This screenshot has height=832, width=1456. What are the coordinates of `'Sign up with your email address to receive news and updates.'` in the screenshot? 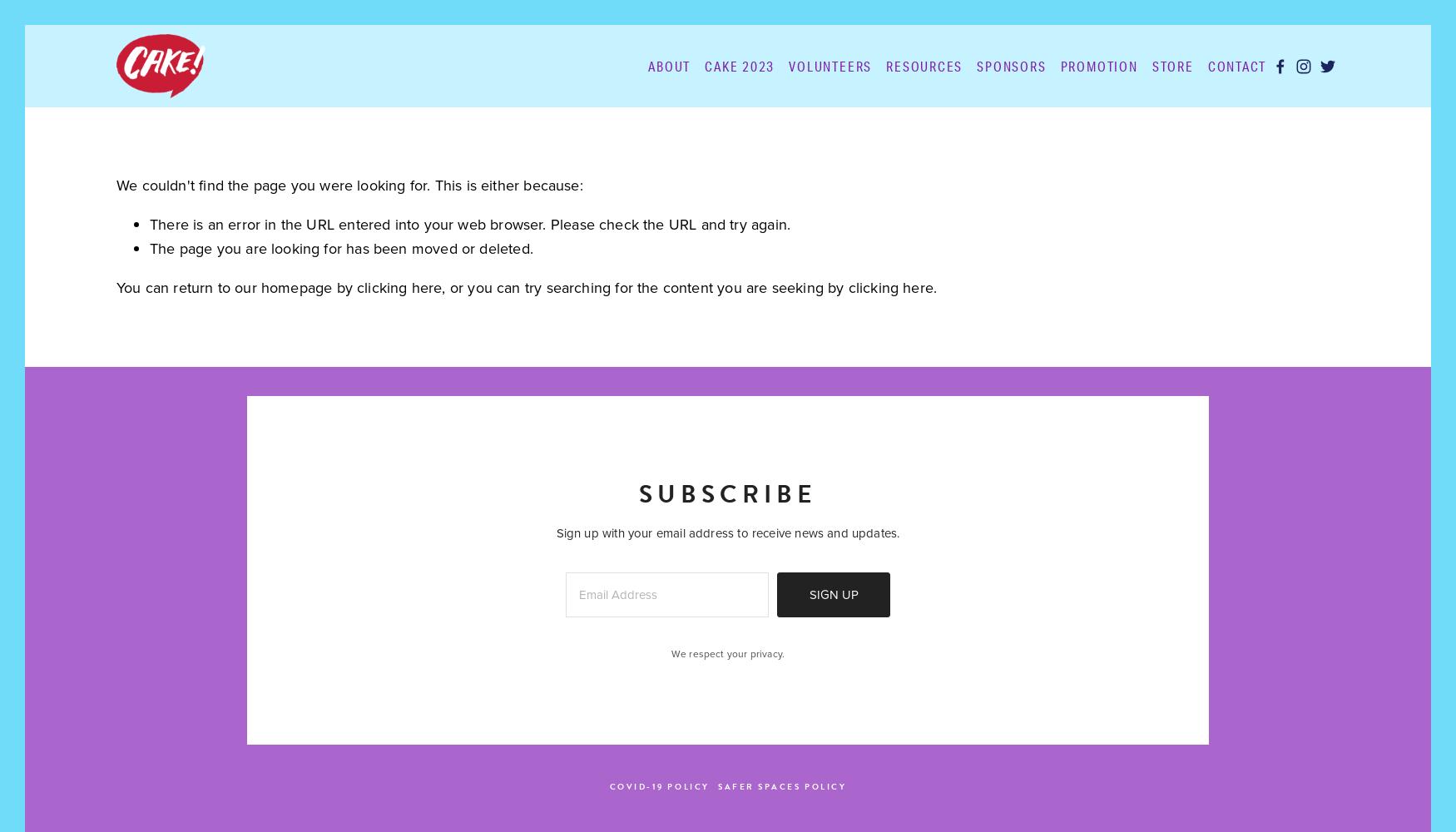 It's located at (727, 532).